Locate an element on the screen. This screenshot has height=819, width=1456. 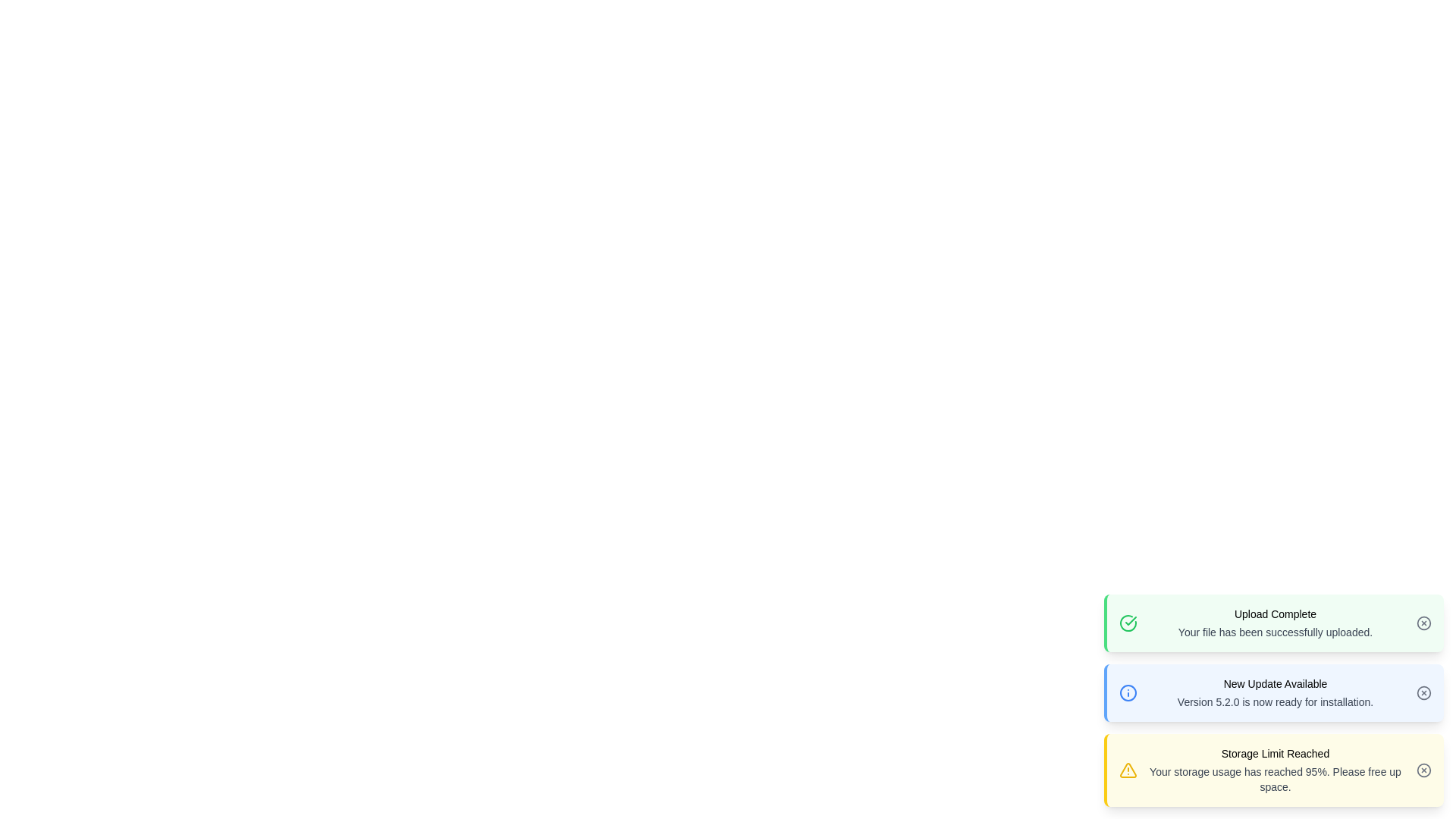
the text block that displays the message 'Your storage usage has reached 95%. Please free up space.' located within the notification card at the bottom of the interface is located at coordinates (1274, 780).